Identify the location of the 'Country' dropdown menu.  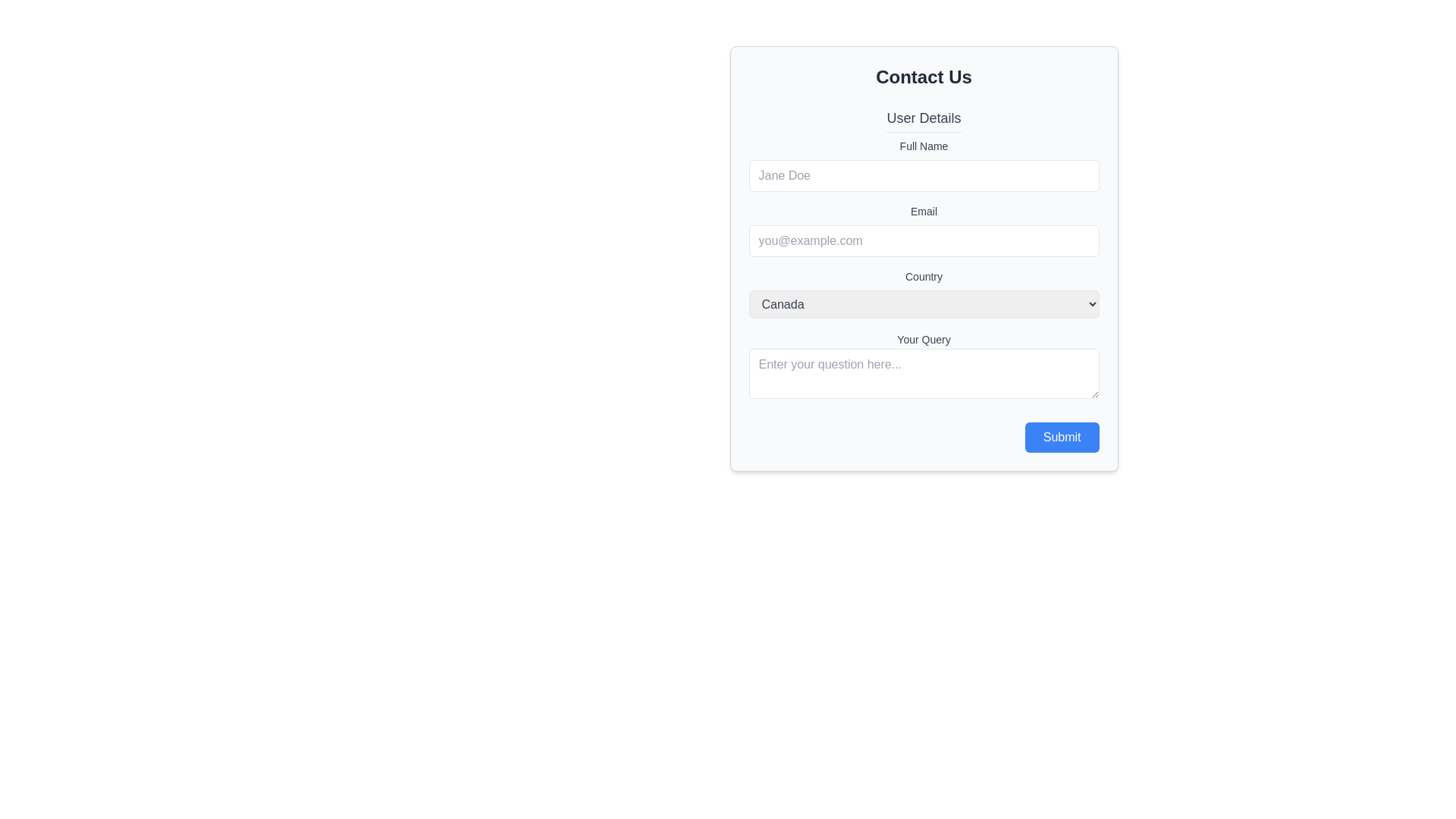
(923, 293).